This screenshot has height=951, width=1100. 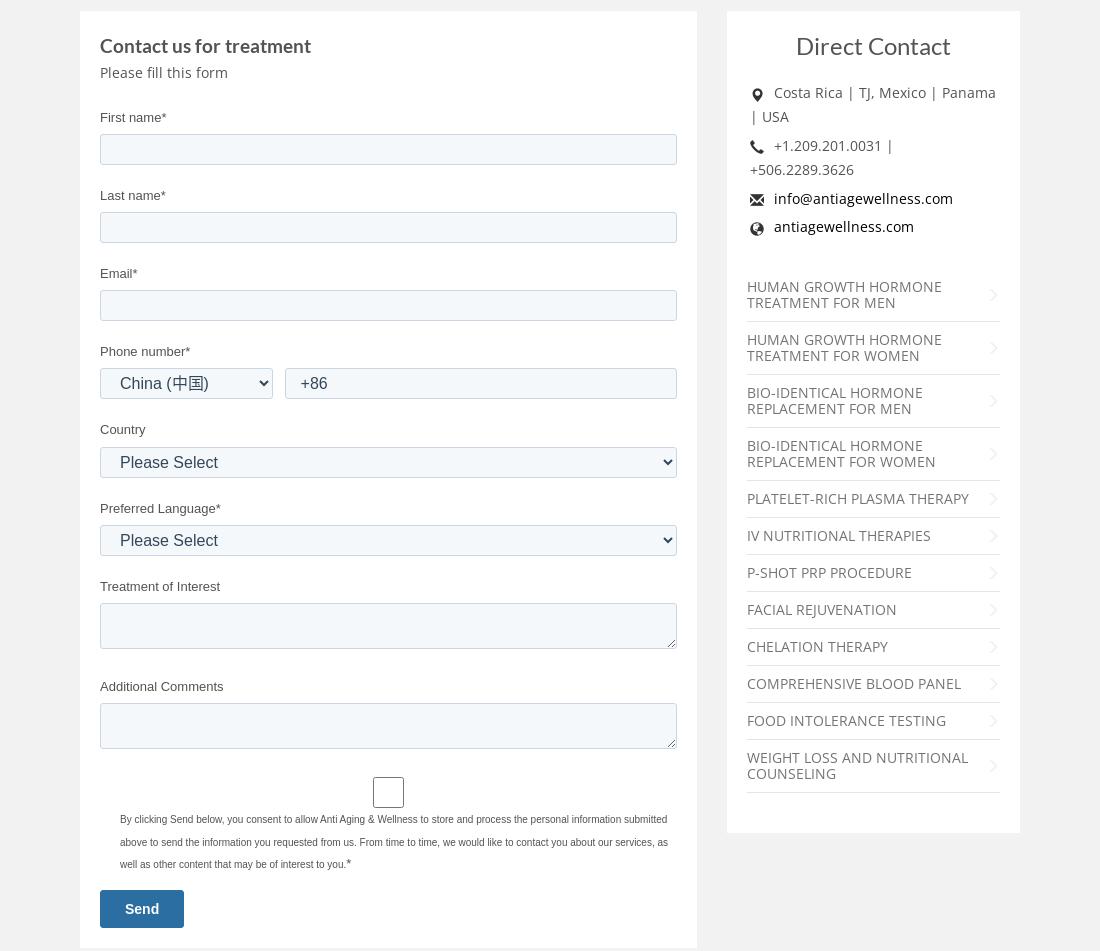 I want to click on 'Weight Loss and Nutritional Counseling', so click(x=855, y=764).